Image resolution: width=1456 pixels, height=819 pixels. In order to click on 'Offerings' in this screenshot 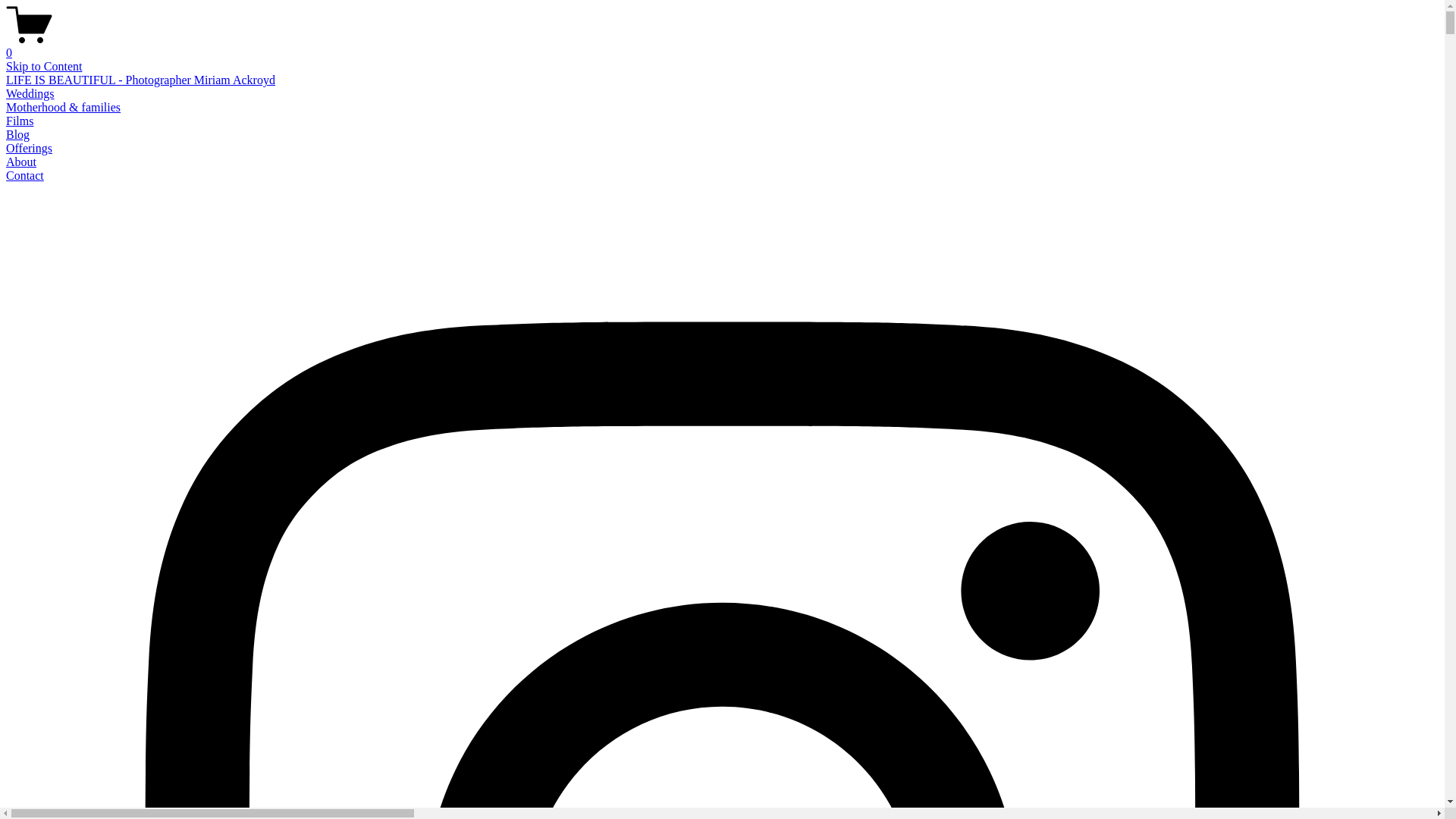, I will do `click(29, 148)`.